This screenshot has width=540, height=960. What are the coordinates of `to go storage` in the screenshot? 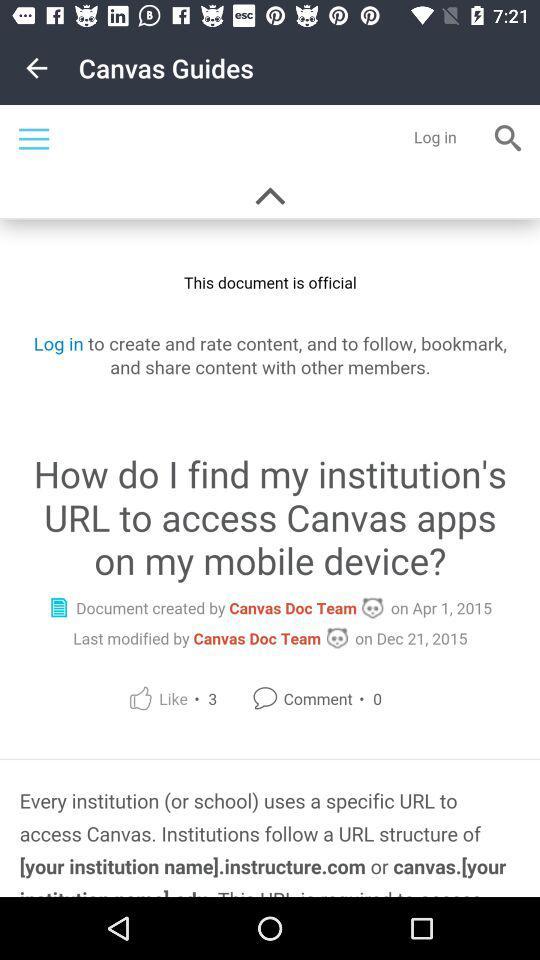 It's located at (270, 500).